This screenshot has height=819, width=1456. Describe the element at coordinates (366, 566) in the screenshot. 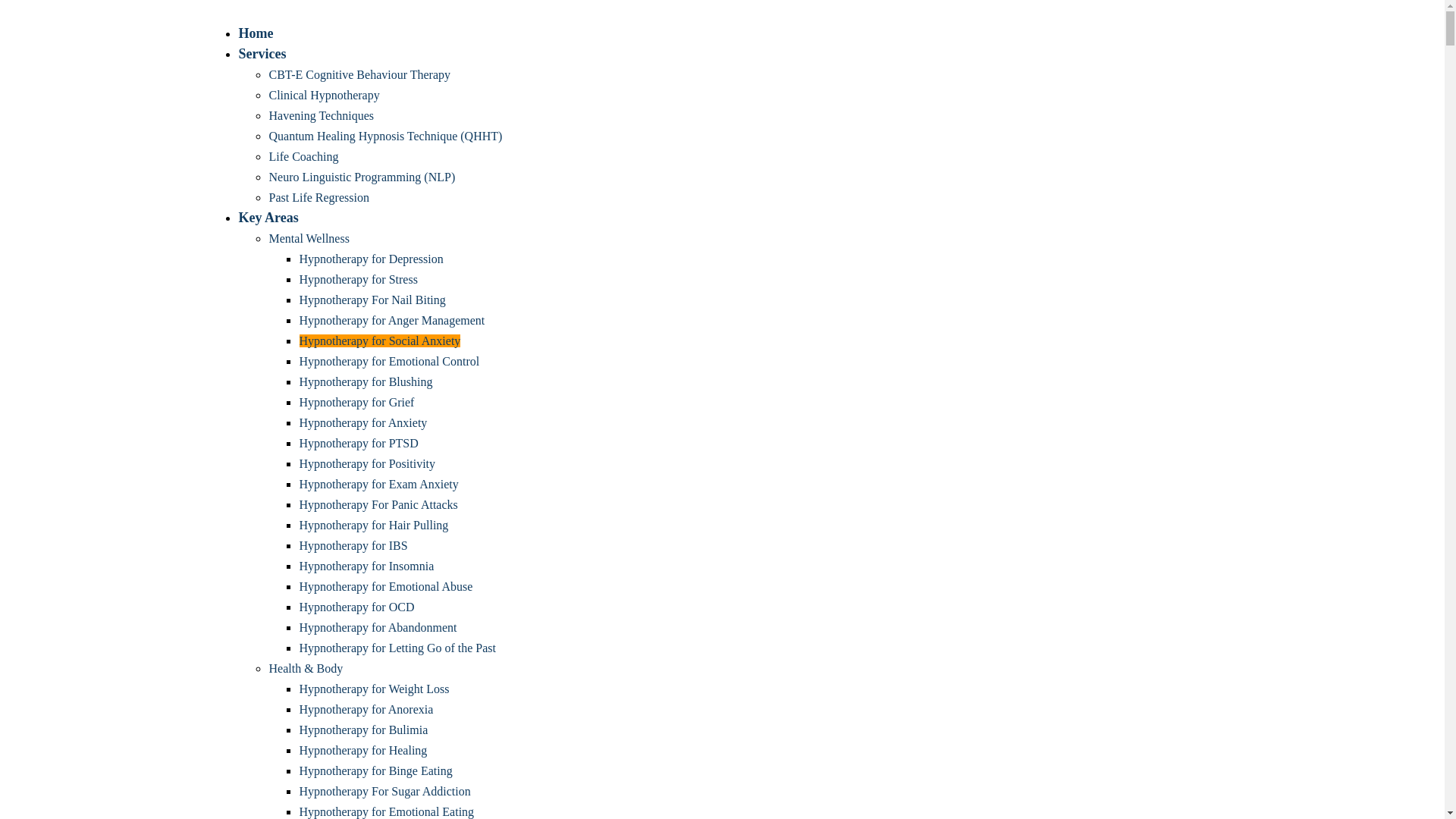

I see `'Hypnotherapy for Insomnia'` at that location.